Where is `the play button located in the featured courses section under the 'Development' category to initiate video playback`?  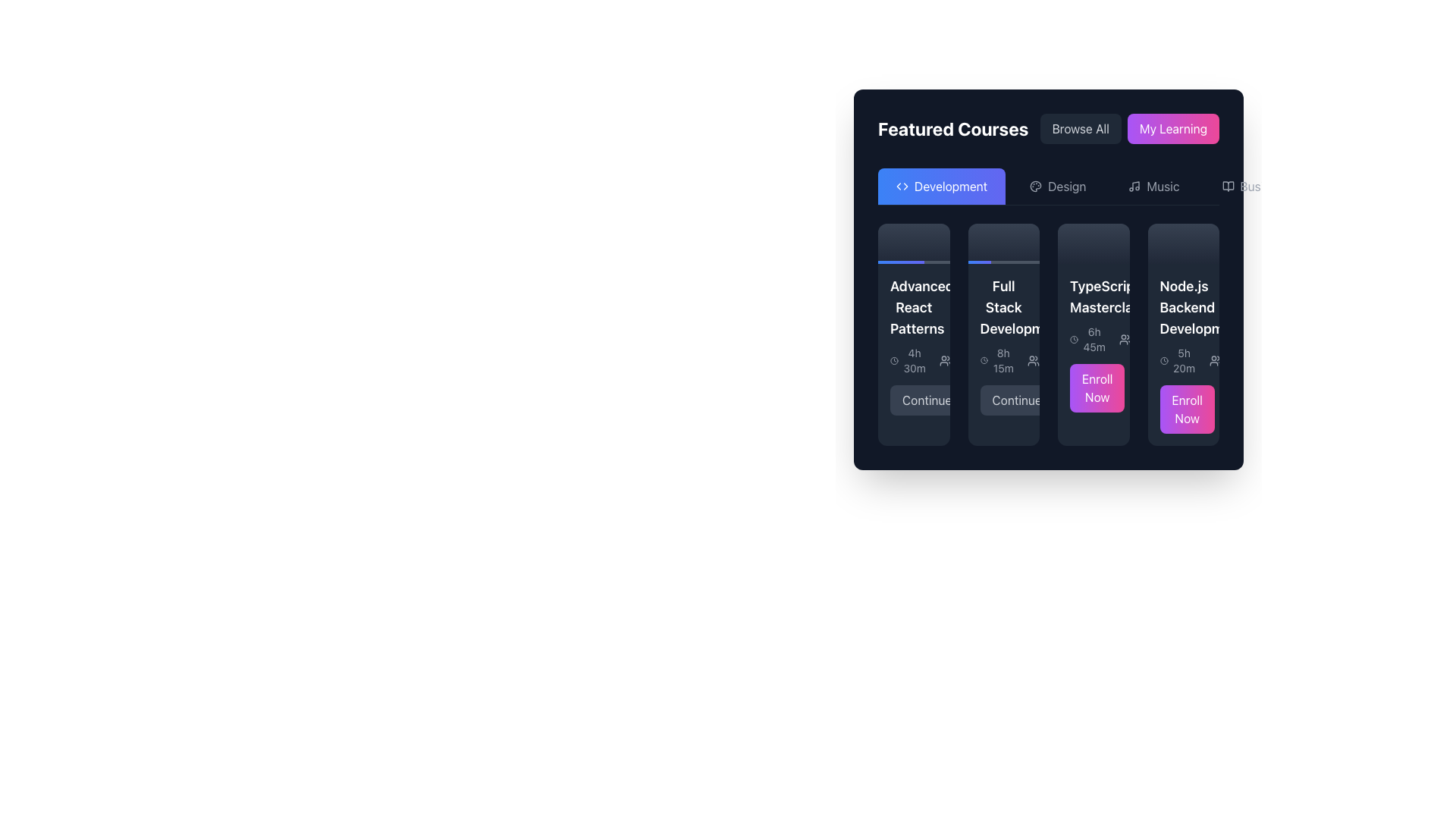
the play button located in the featured courses section under the 'Development' category to initiate video playback is located at coordinates (913, 243).